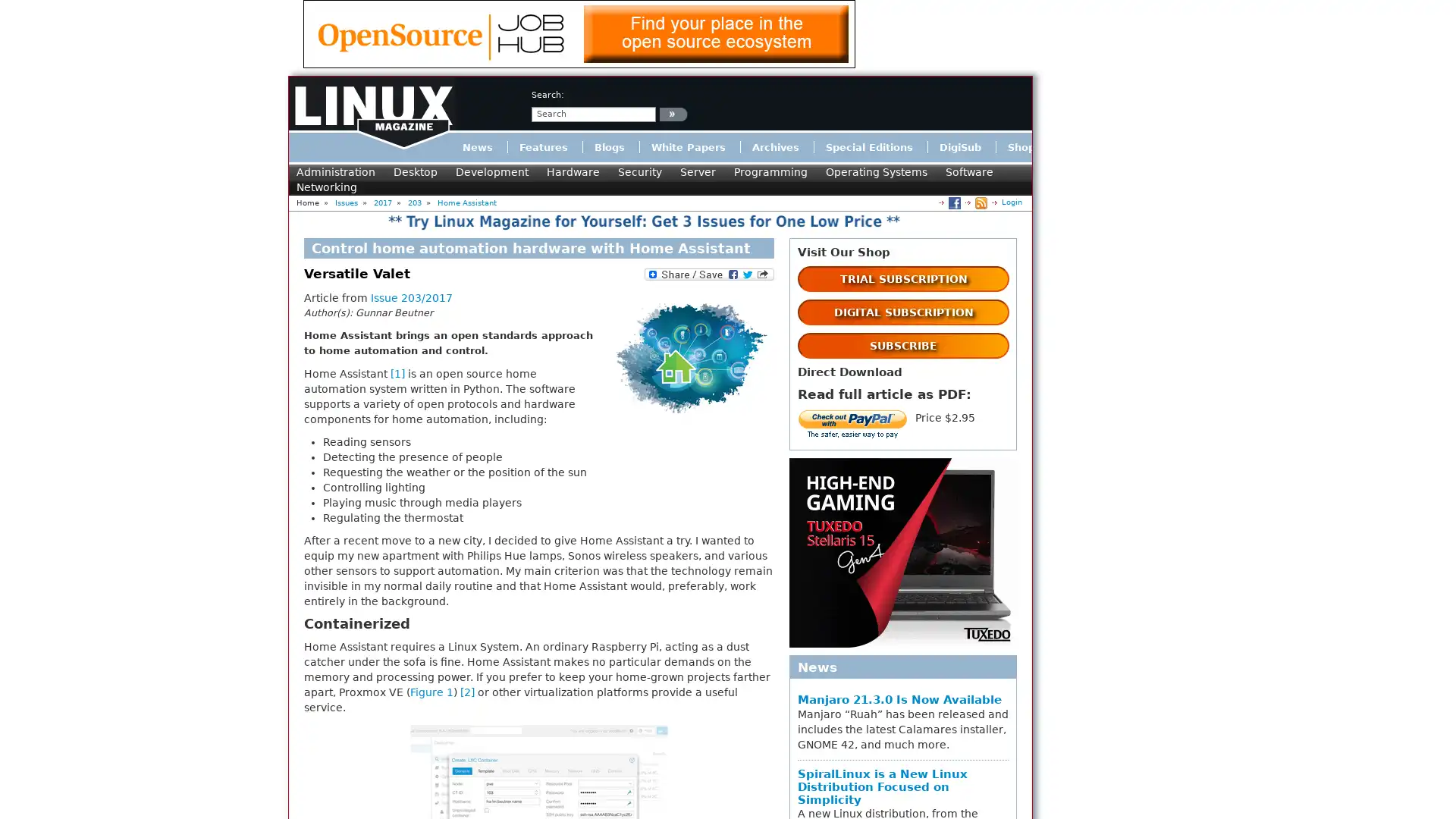  Describe the element at coordinates (673, 113) in the screenshot. I see `search:` at that location.